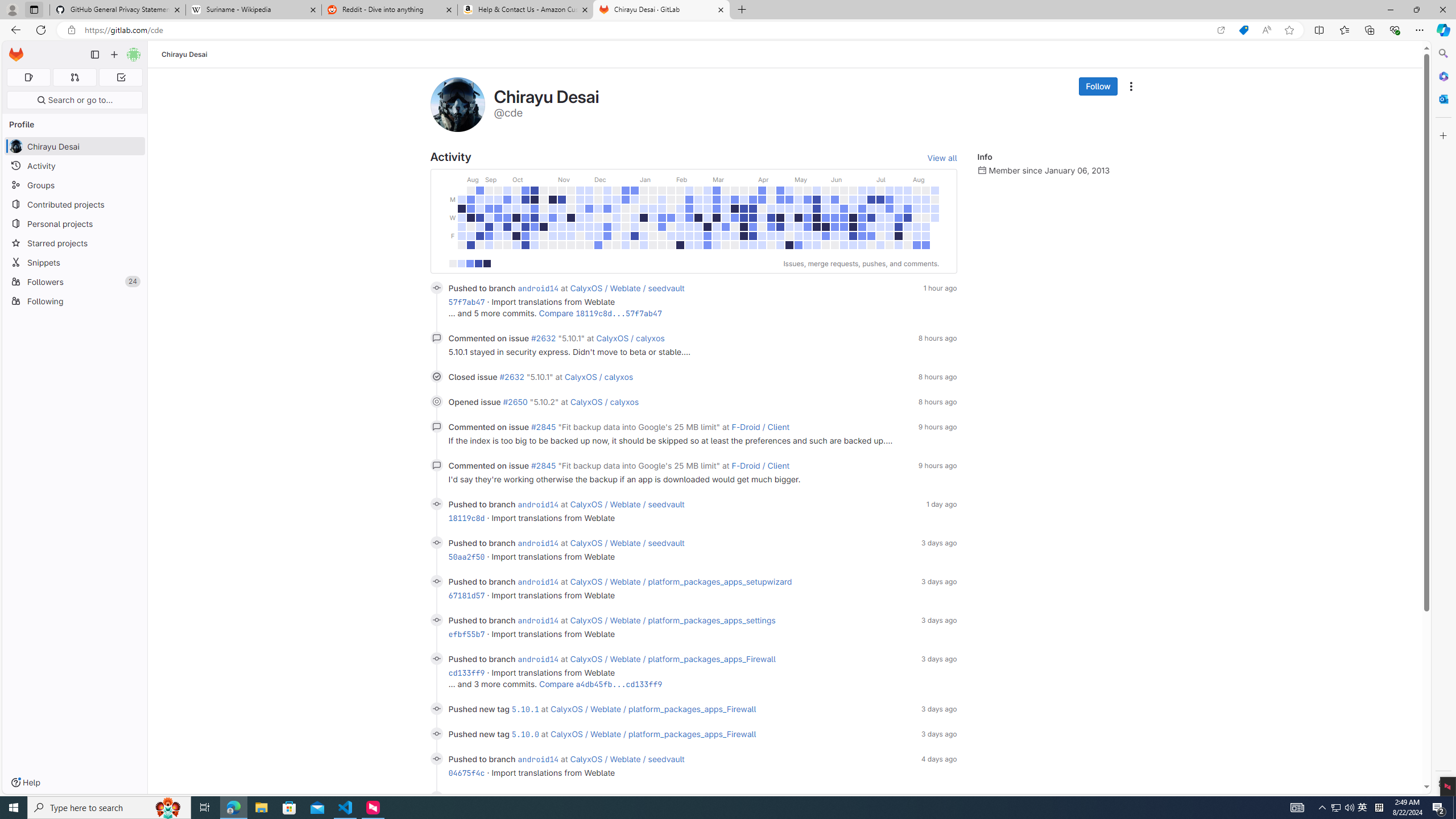 The height and width of the screenshot is (819, 1456). I want to click on 'Class: s14', so click(436, 797).